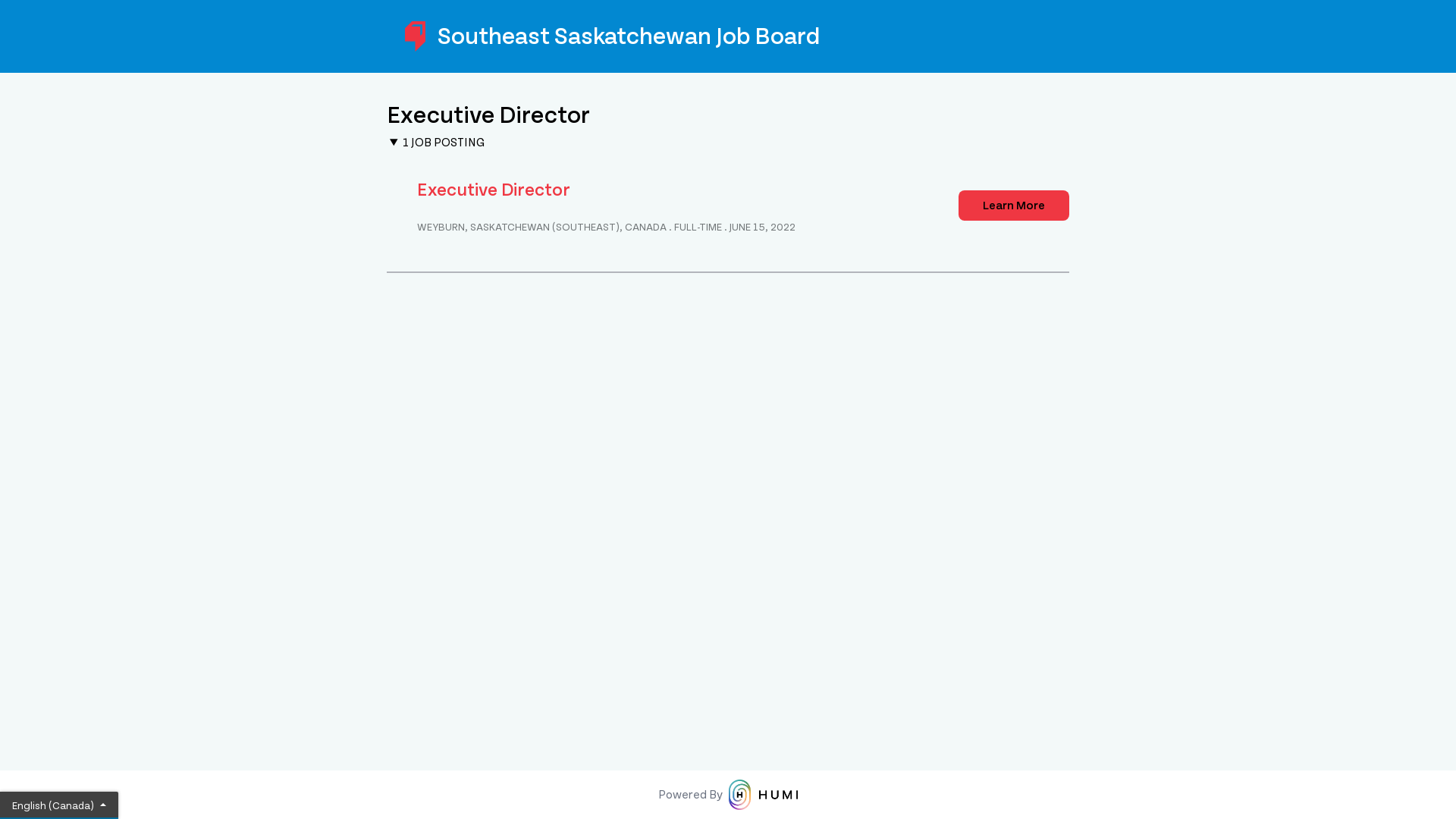 The height and width of the screenshot is (819, 1456). What do you see at coordinates (728, 794) in the screenshot?
I see `'Powered By'` at bounding box center [728, 794].